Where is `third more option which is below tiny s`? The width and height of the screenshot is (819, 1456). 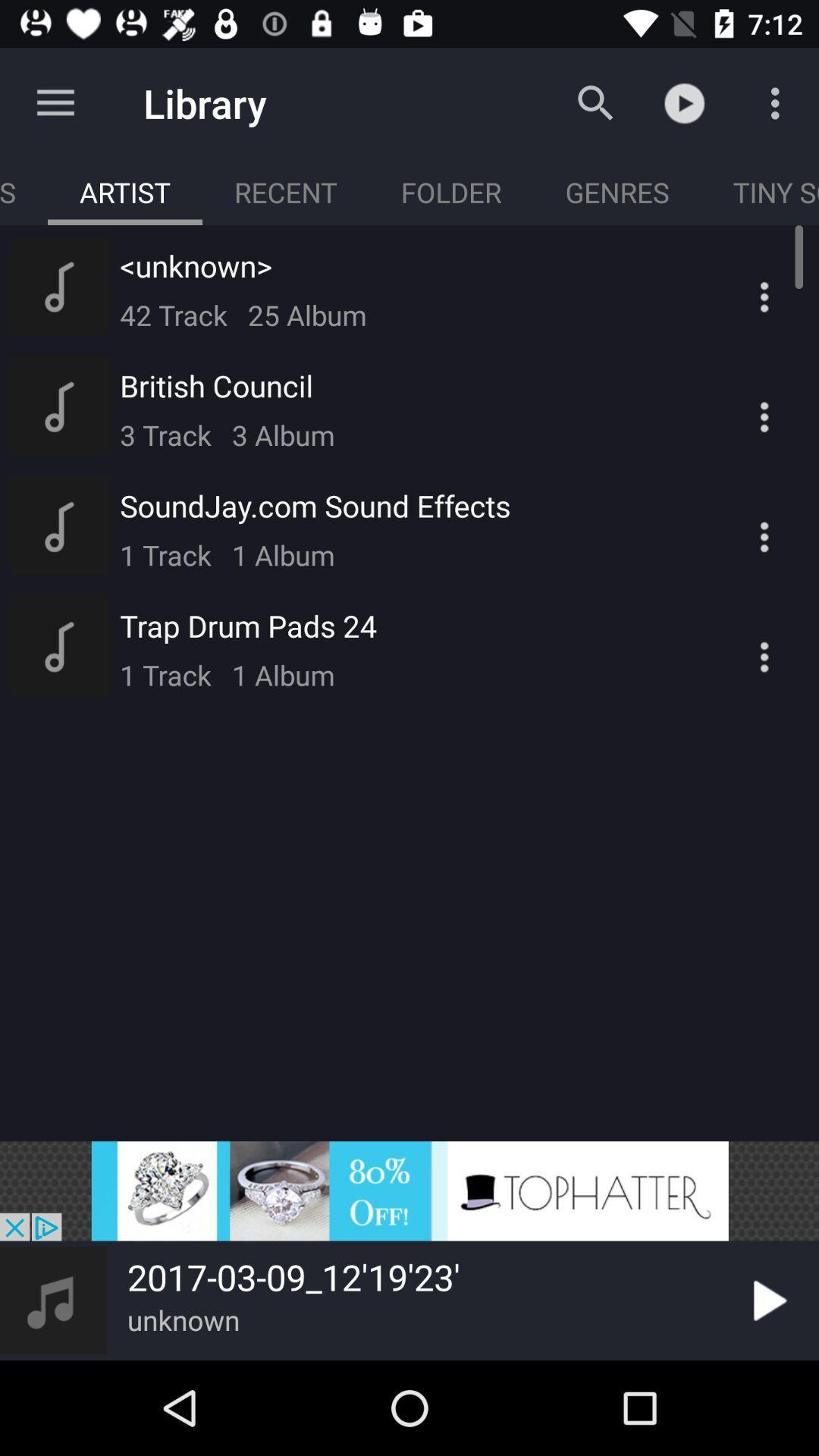
third more option which is below tiny s is located at coordinates (737, 525).